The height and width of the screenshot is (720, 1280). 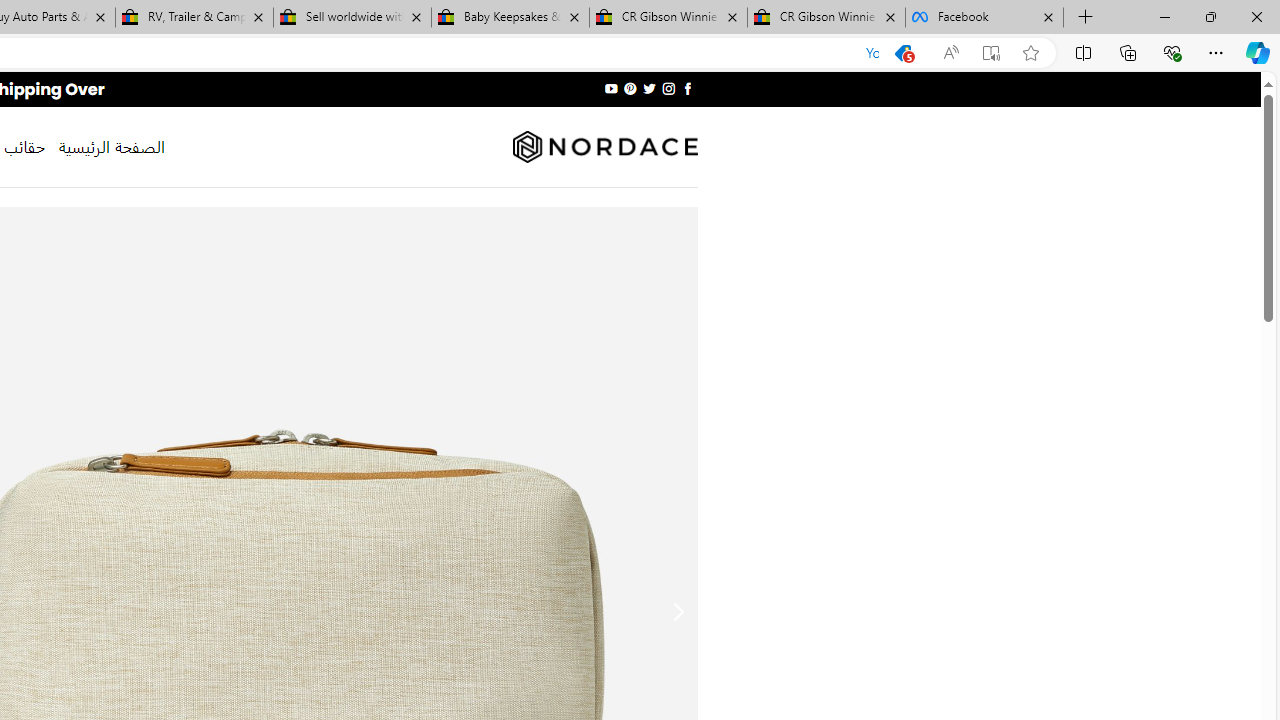 I want to click on 'Follow on Twitter', so click(x=648, y=88).